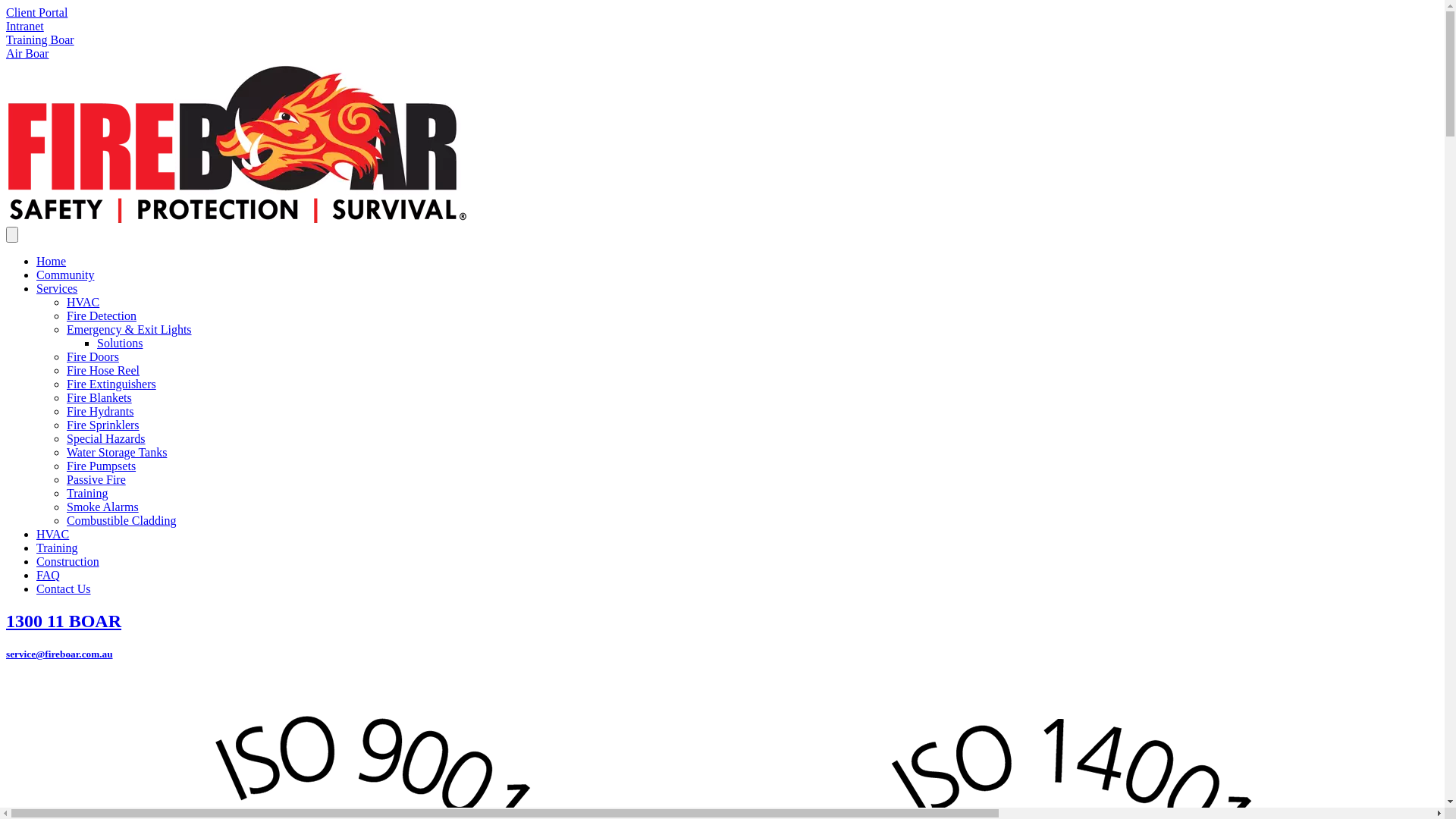 The height and width of the screenshot is (819, 1456). I want to click on 'Solutions', so click(119, 343).